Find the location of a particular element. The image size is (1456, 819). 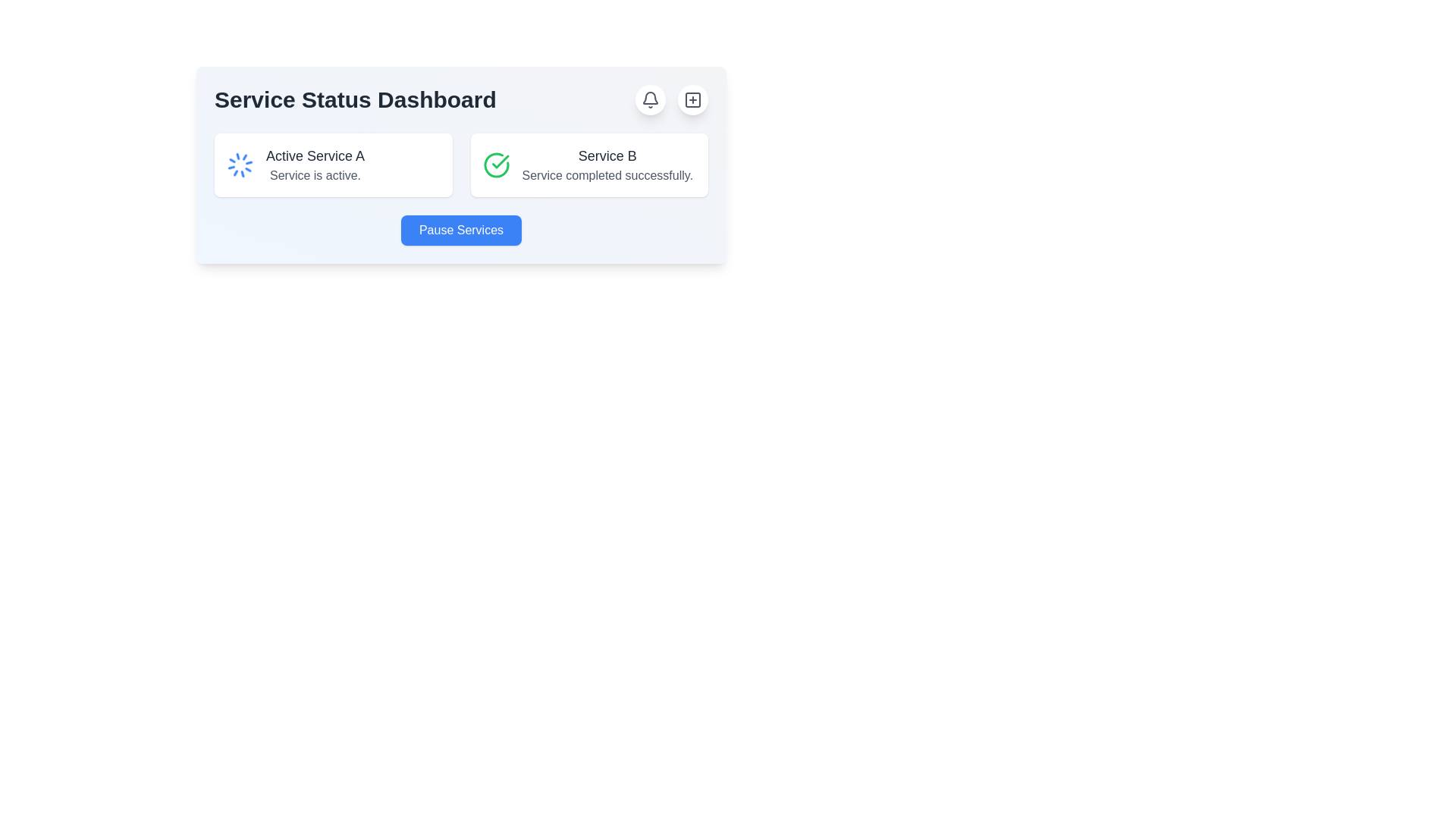

or highlight the text element indicating that 'Service A' is currently active, which is positioned at the upper-left corner of the card, to the right of a loading icon is located at coordinates (315, 155).